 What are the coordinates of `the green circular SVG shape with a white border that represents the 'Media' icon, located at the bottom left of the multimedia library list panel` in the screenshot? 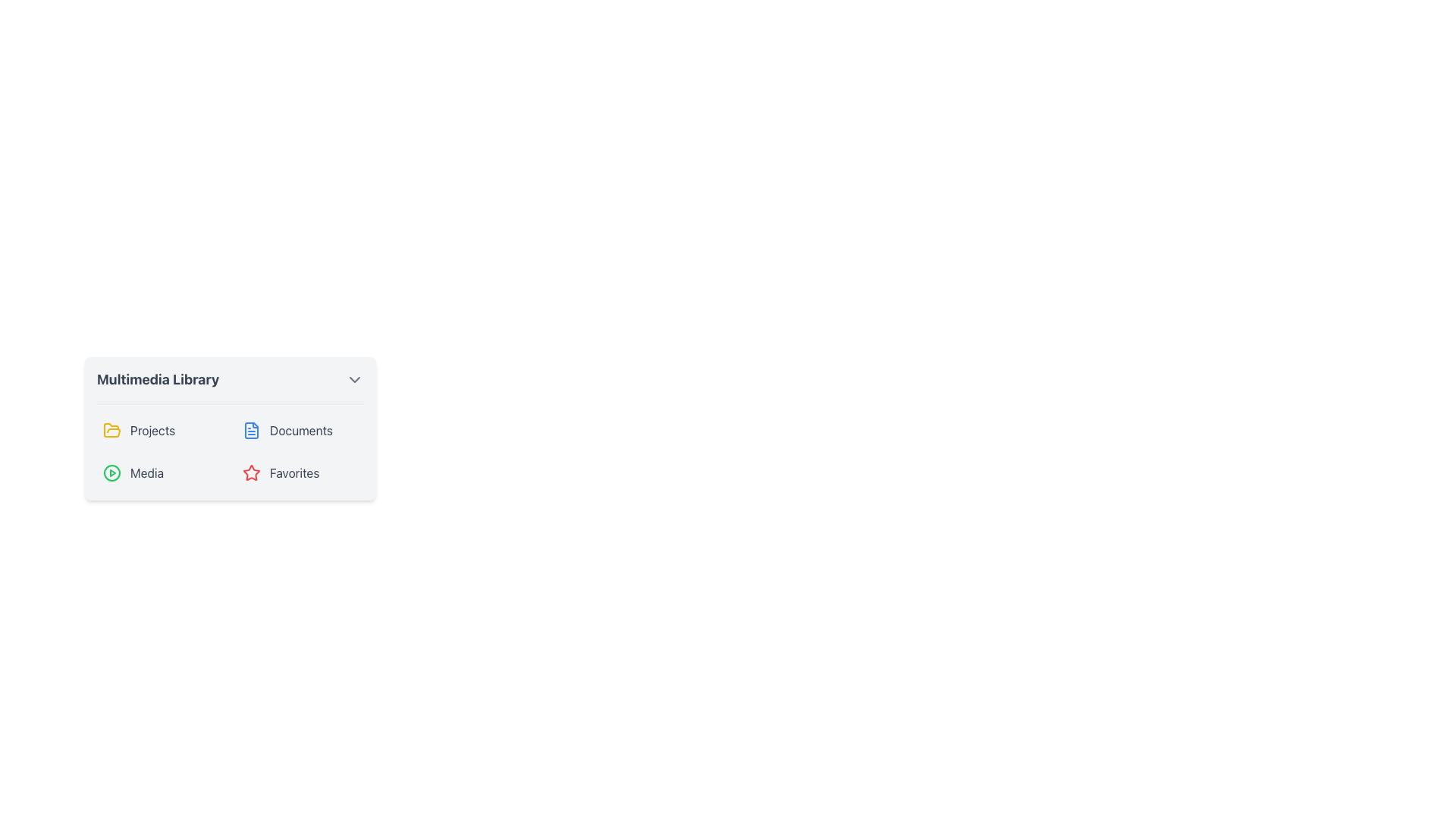 It's located at (111, 472).